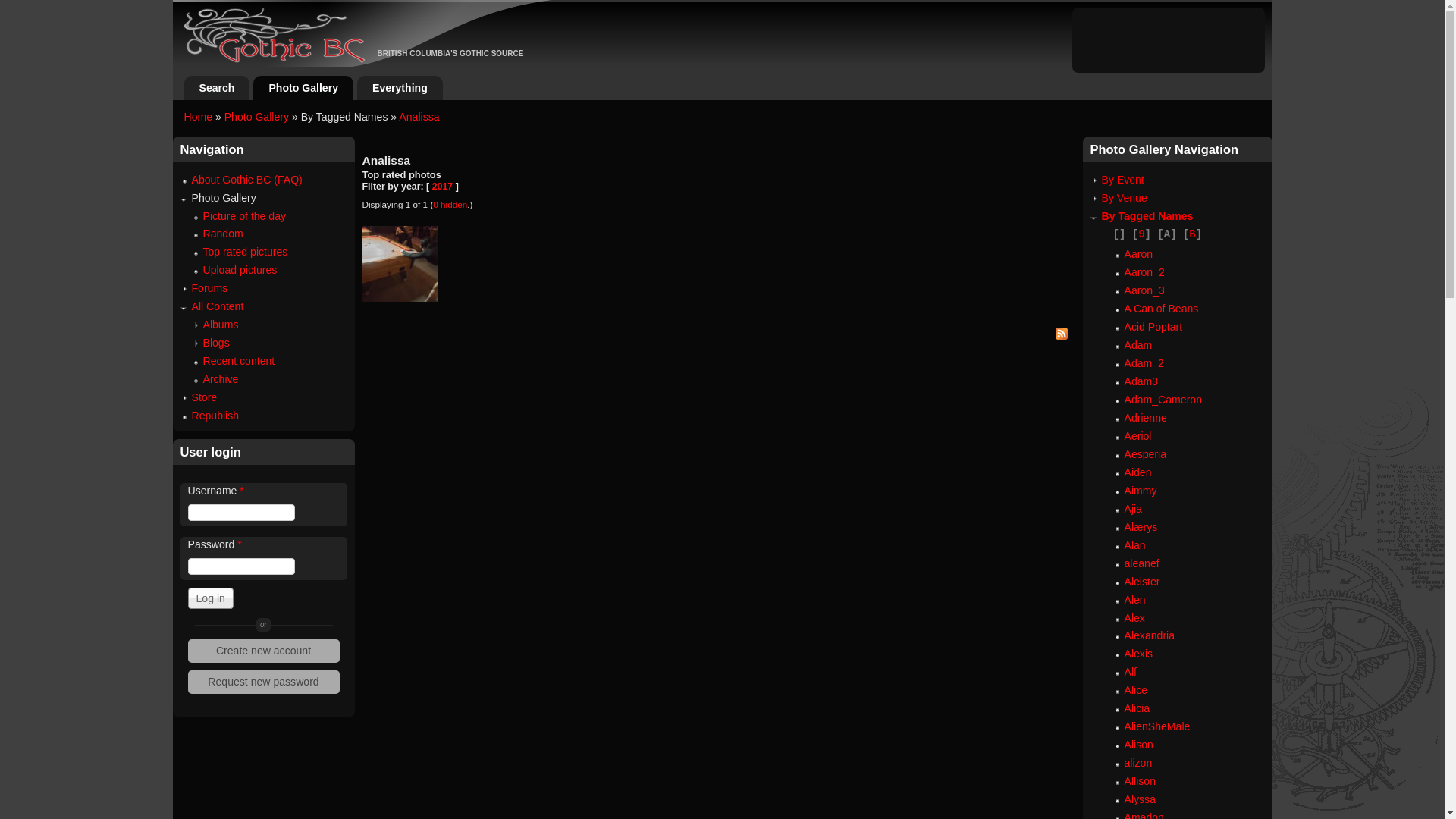  What do you see at coordinates (1141, 234) in the screenshot?
I see `'9'` at bounding box center [1141, 234].